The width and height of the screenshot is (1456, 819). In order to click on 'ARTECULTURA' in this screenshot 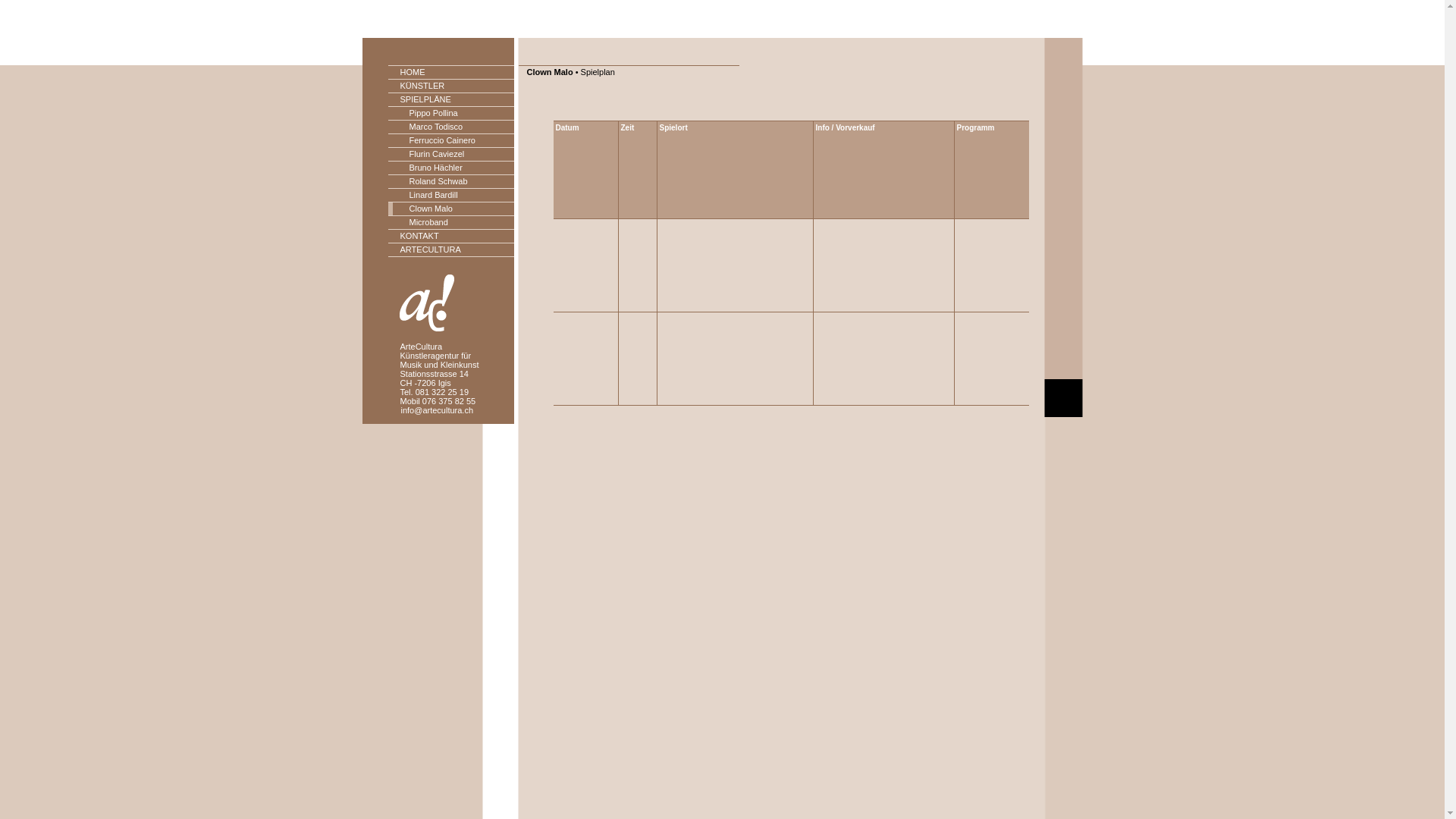, I will do `click(450, 249)`.